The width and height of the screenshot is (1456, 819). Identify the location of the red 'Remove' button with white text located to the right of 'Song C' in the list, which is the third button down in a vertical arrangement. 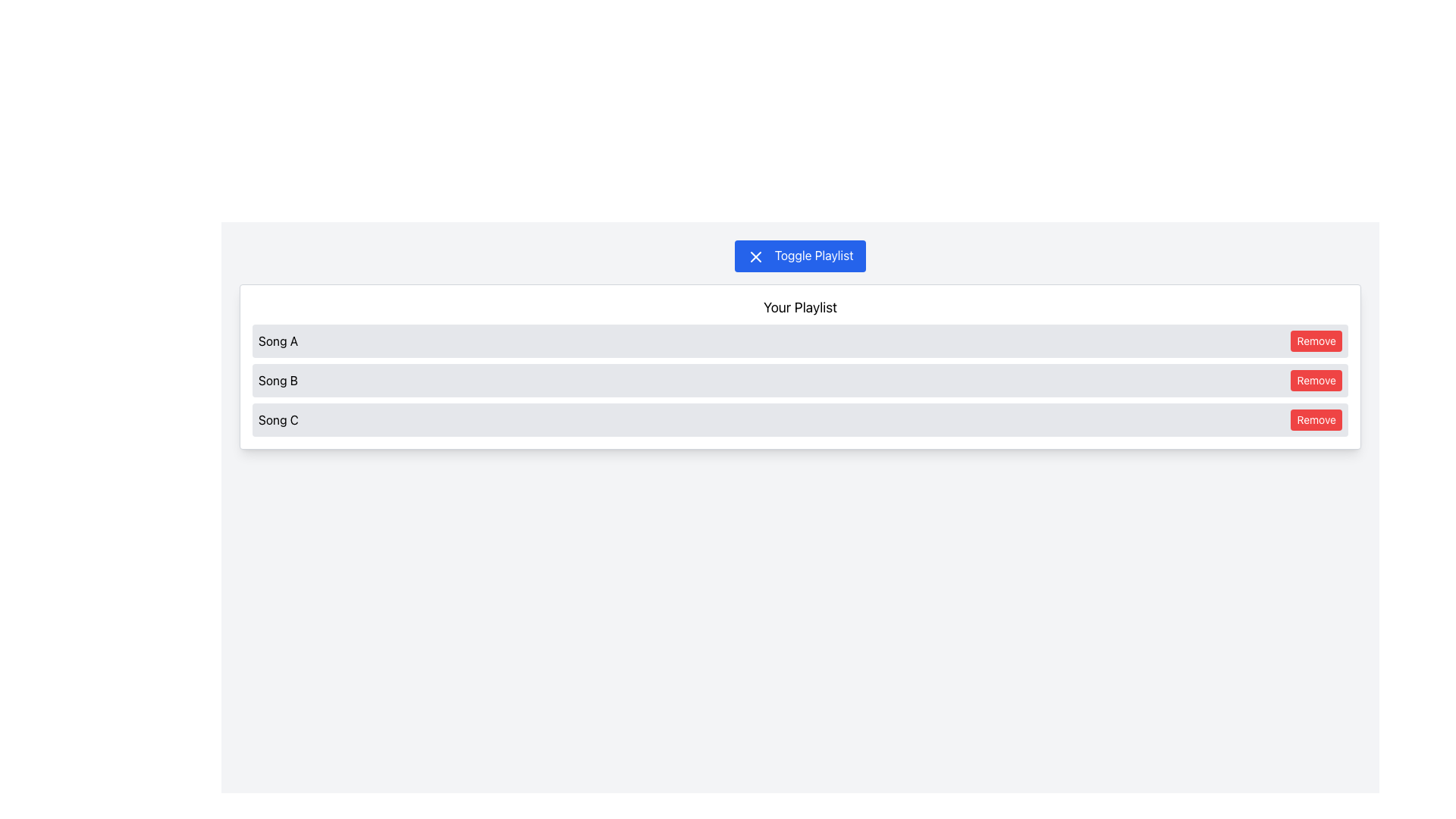
(1316, 419).